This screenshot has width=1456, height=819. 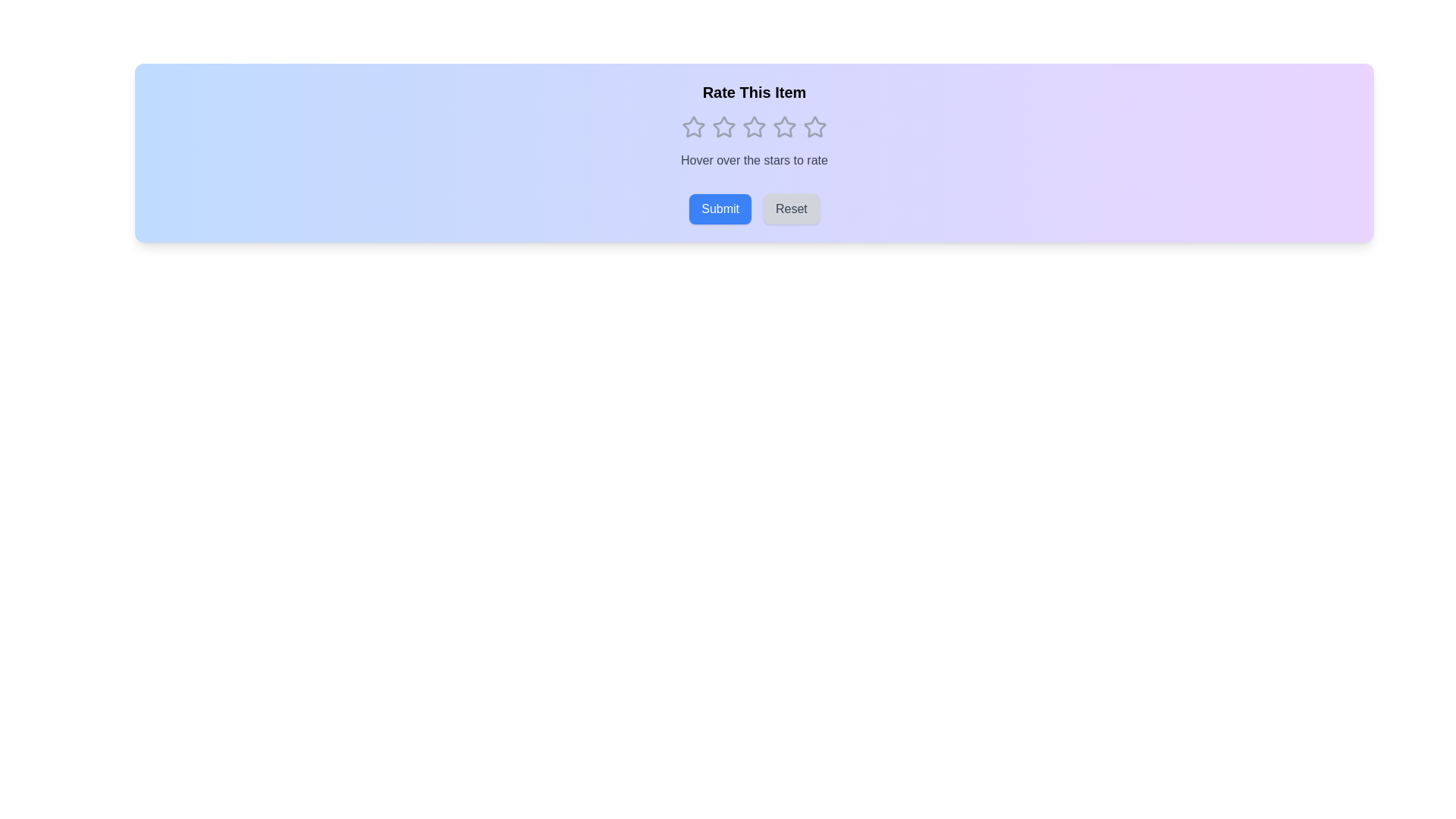 I want to click on the first star icon in the rating control system located beneath the 'Rate This Item' title, so click(x=692, y=125).